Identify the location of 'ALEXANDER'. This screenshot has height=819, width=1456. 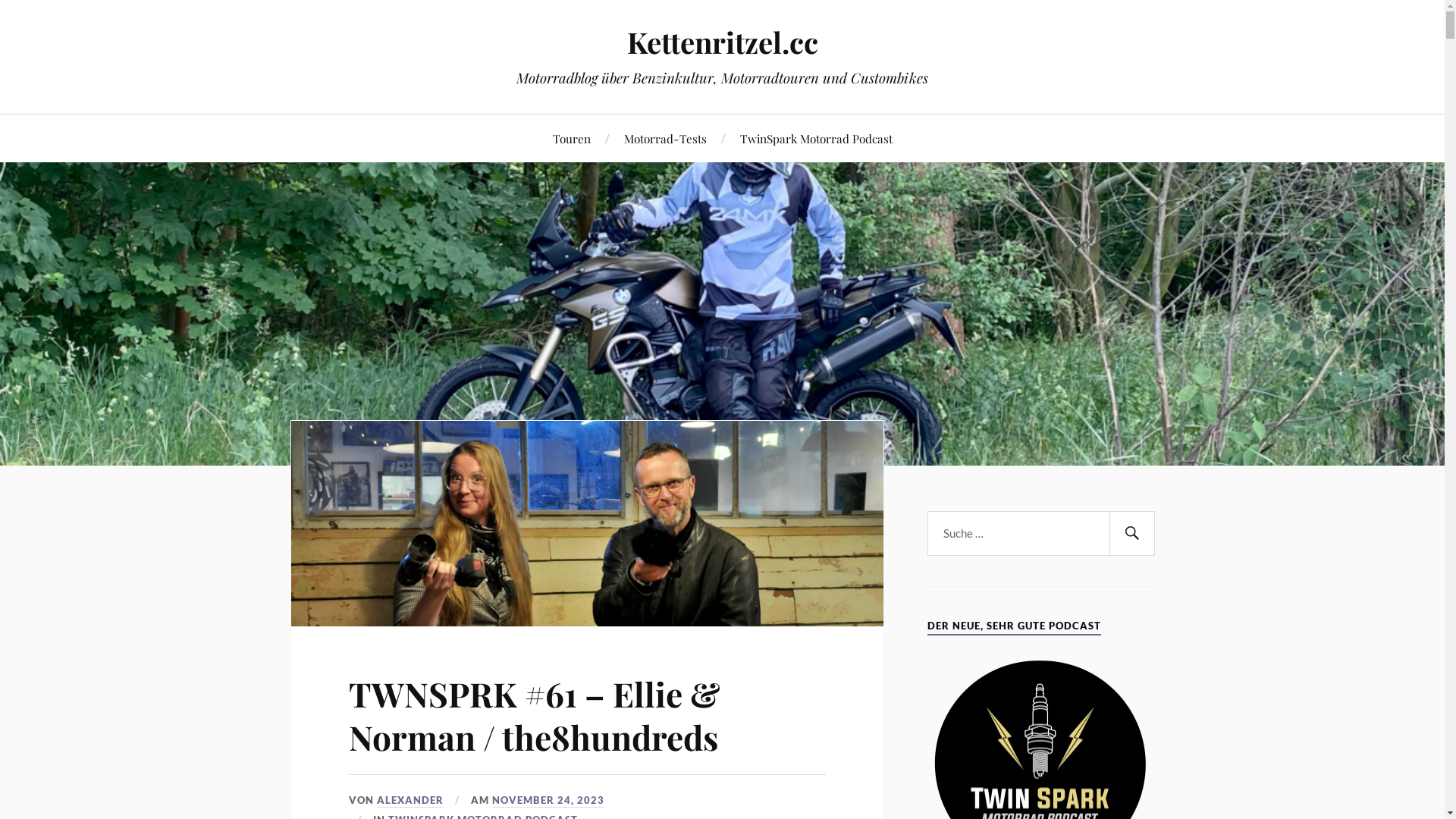
(410, 799).